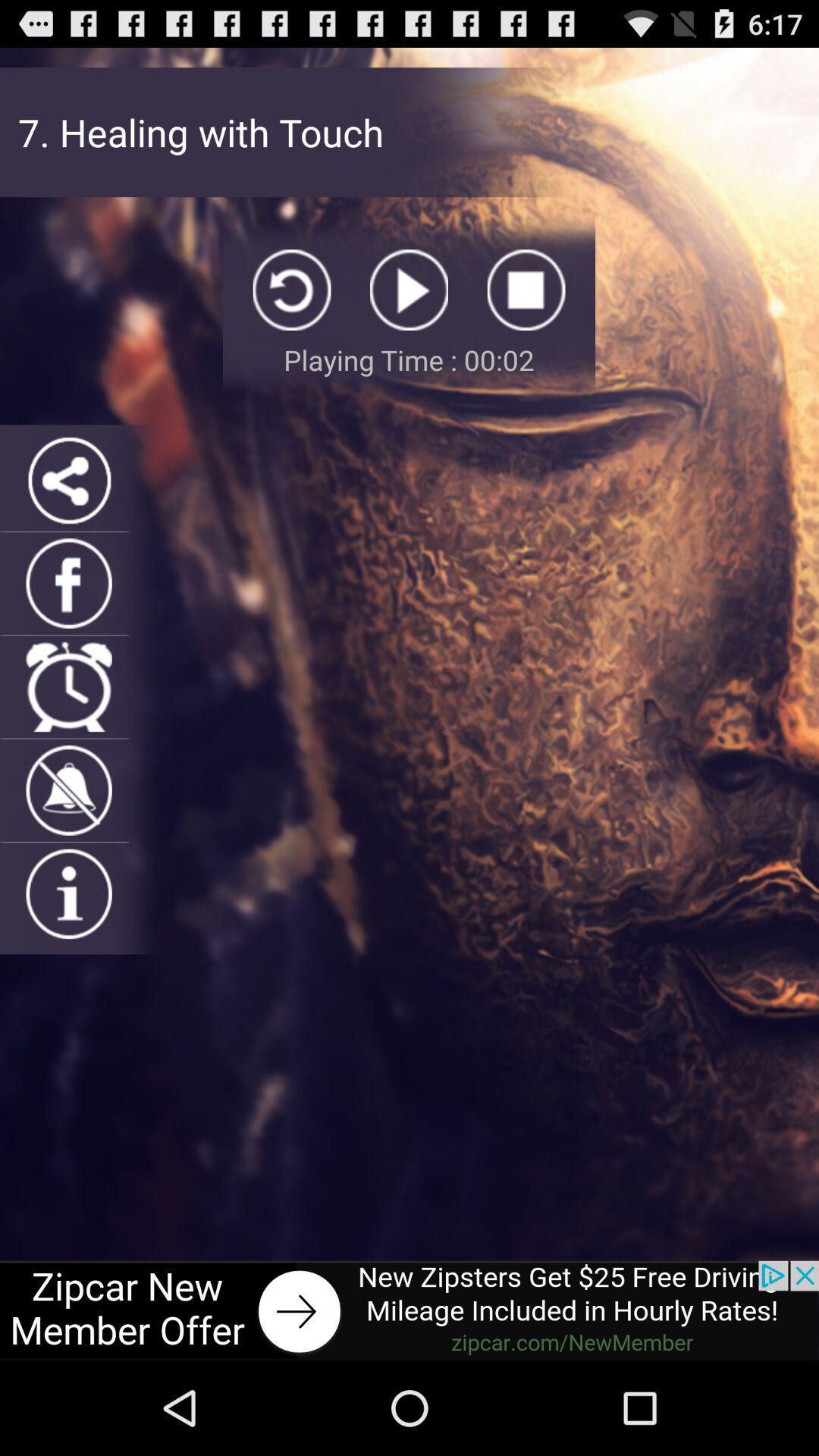 The width and height of the screenshot is (819, 1456). What do you see at coordinates (69, 894) in the screenshot?
I see `tap for more information` at bounding box center [69, 894].